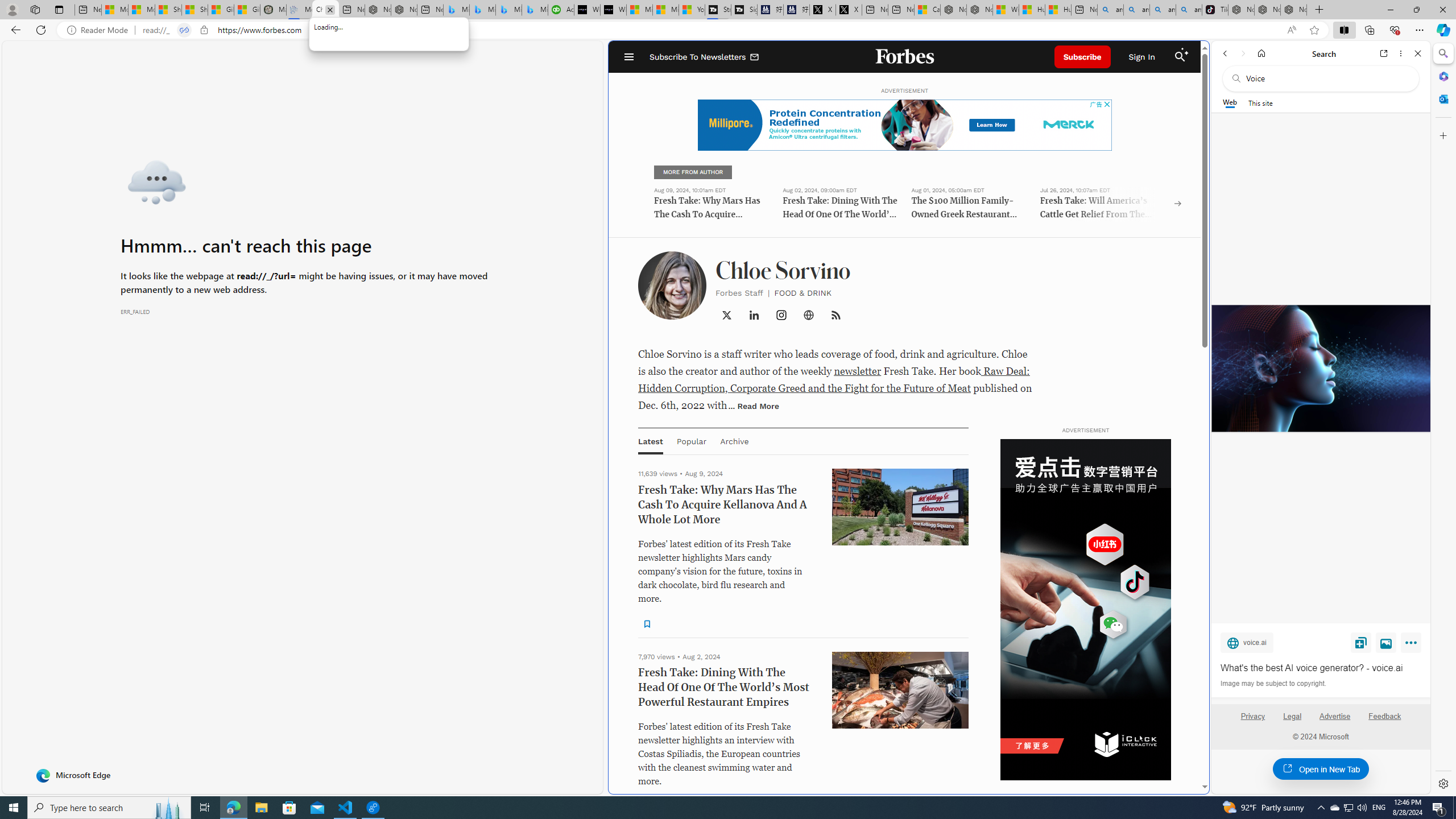  I want to click on 'Open in New Tab', so click(1321, 768).